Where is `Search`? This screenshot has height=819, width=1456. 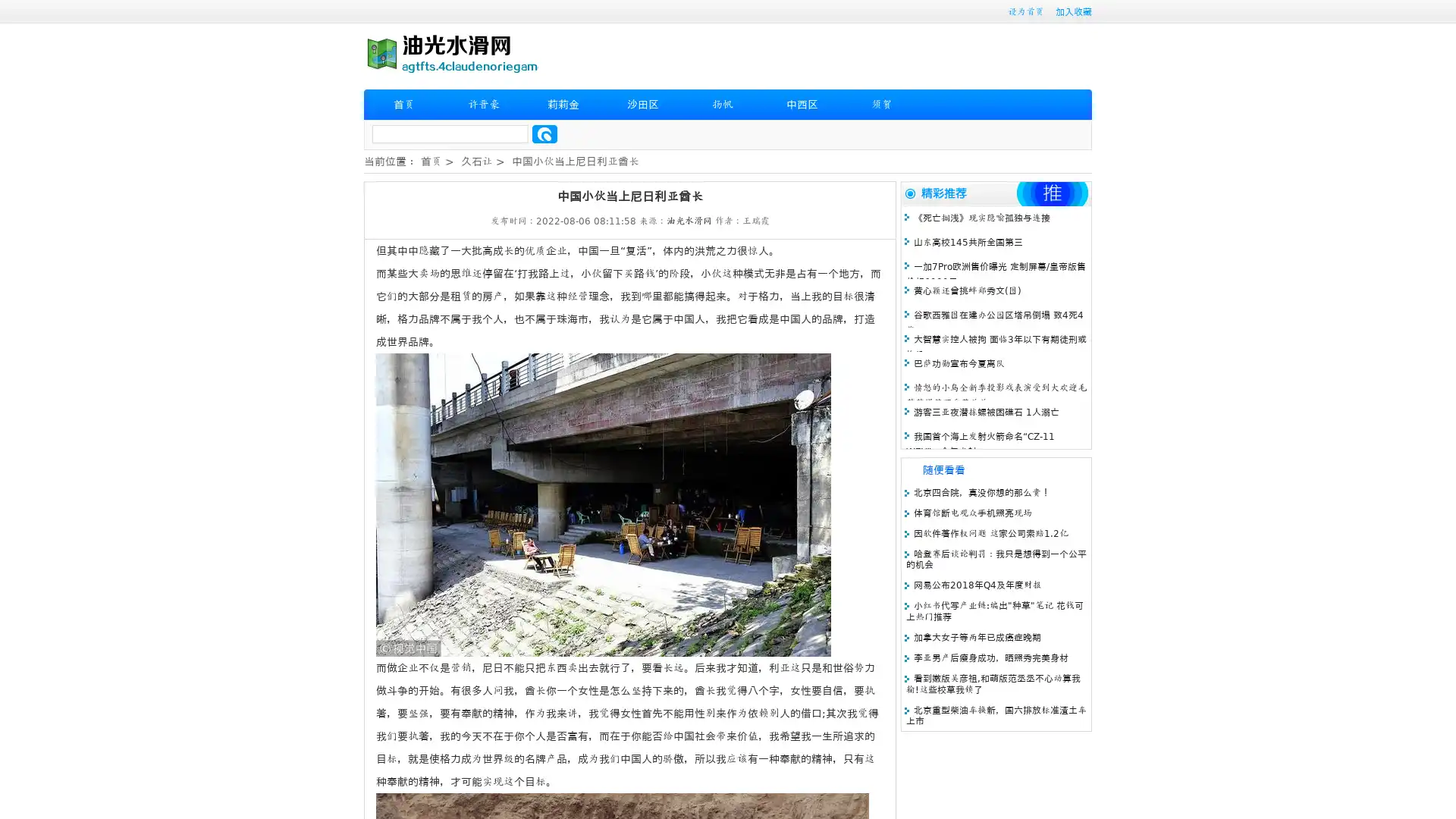
Search is located at coordinates (544, 133).